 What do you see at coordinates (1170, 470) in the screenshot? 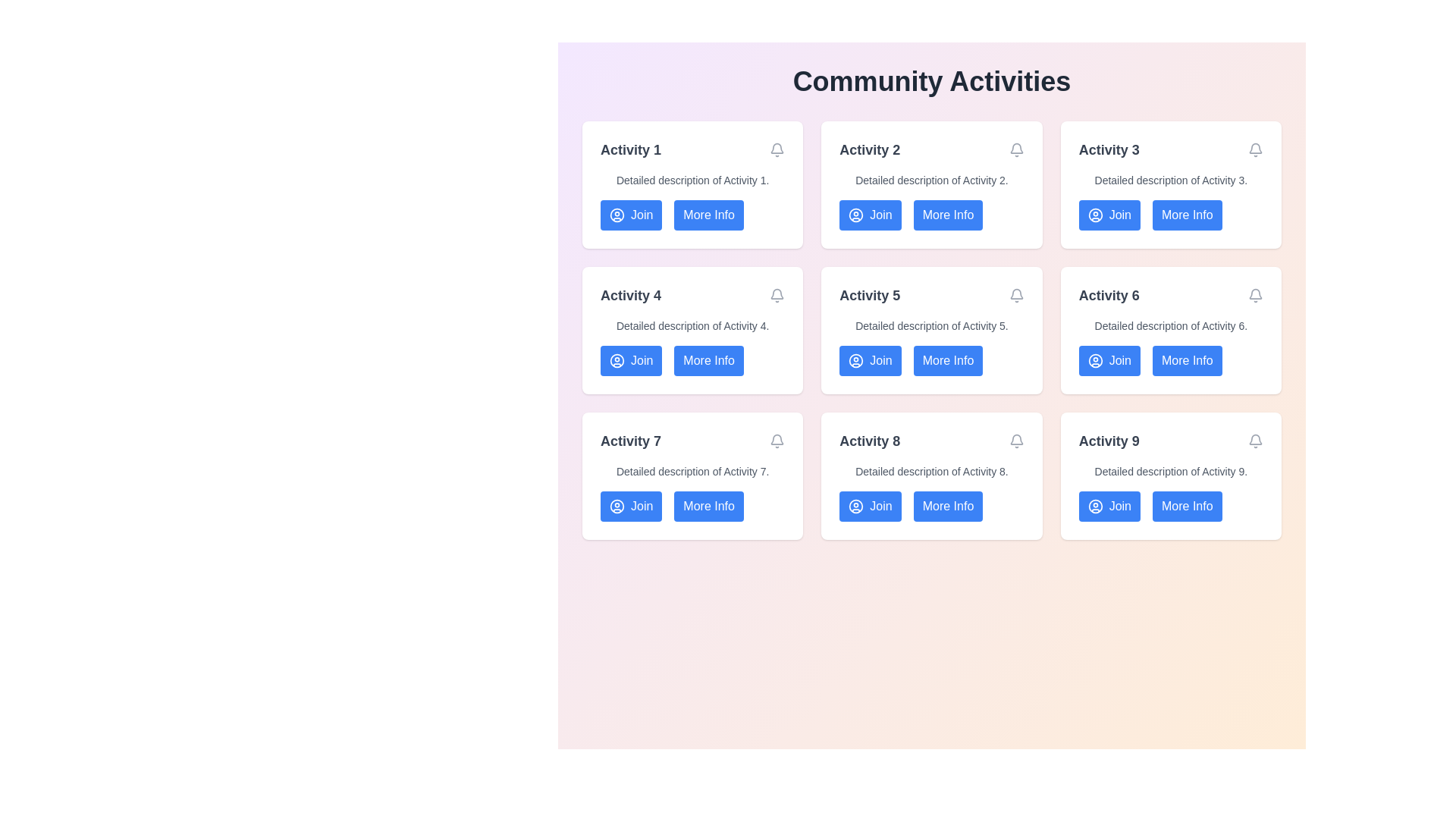
I see `the static text label that contains the text 'Detailed description of Activity 9.' which is positioned directly below the header for 'Activity 9' and above the 'Join' and 'More Info' buttons` at bounding box center [1170, 470].